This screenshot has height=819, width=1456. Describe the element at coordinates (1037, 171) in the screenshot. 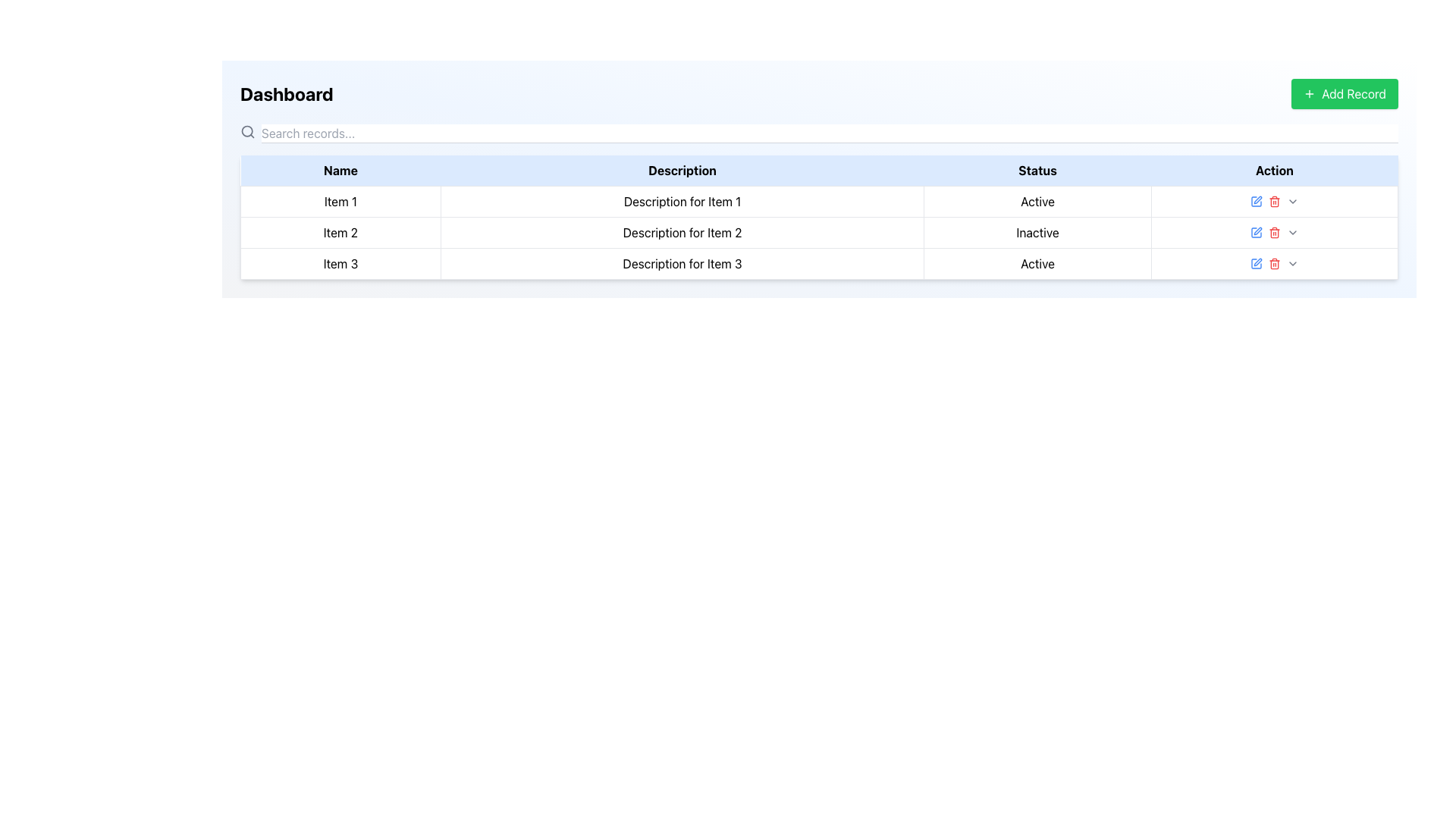

I see `the 'Status' table header, which is the third item from the left in a horizontally shaded rectangular column` at that location.